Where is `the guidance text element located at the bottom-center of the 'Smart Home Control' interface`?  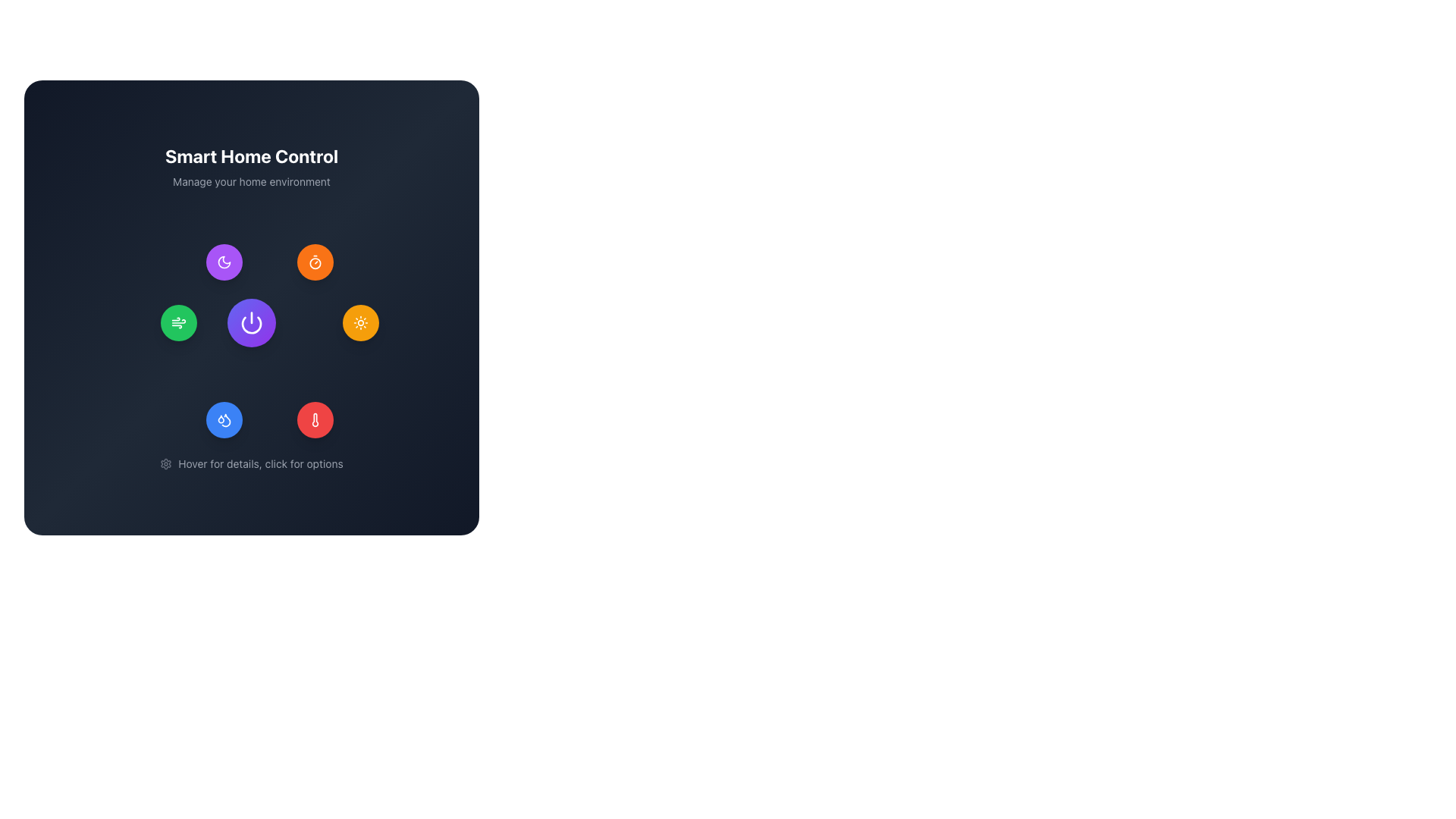
the guidance text element located at the bottom-center of the 'Smart Home Control' interface is located at coordinates (251, 463).